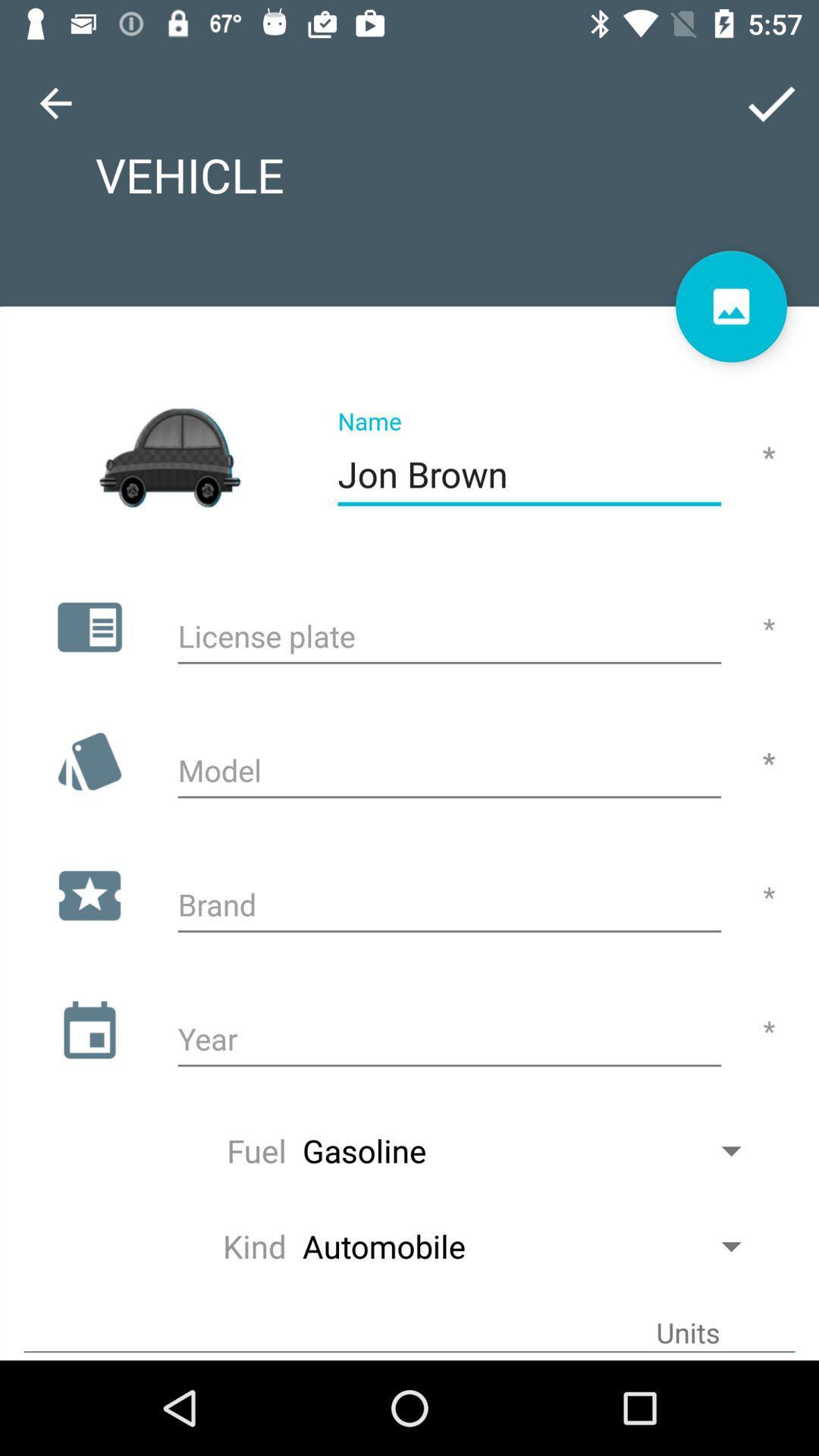 Image resolution: width=819 pixels, height=1456 pixels. Describe the element at coordinates (448, 1040) in the screenshot. I see `typing box` at that location.